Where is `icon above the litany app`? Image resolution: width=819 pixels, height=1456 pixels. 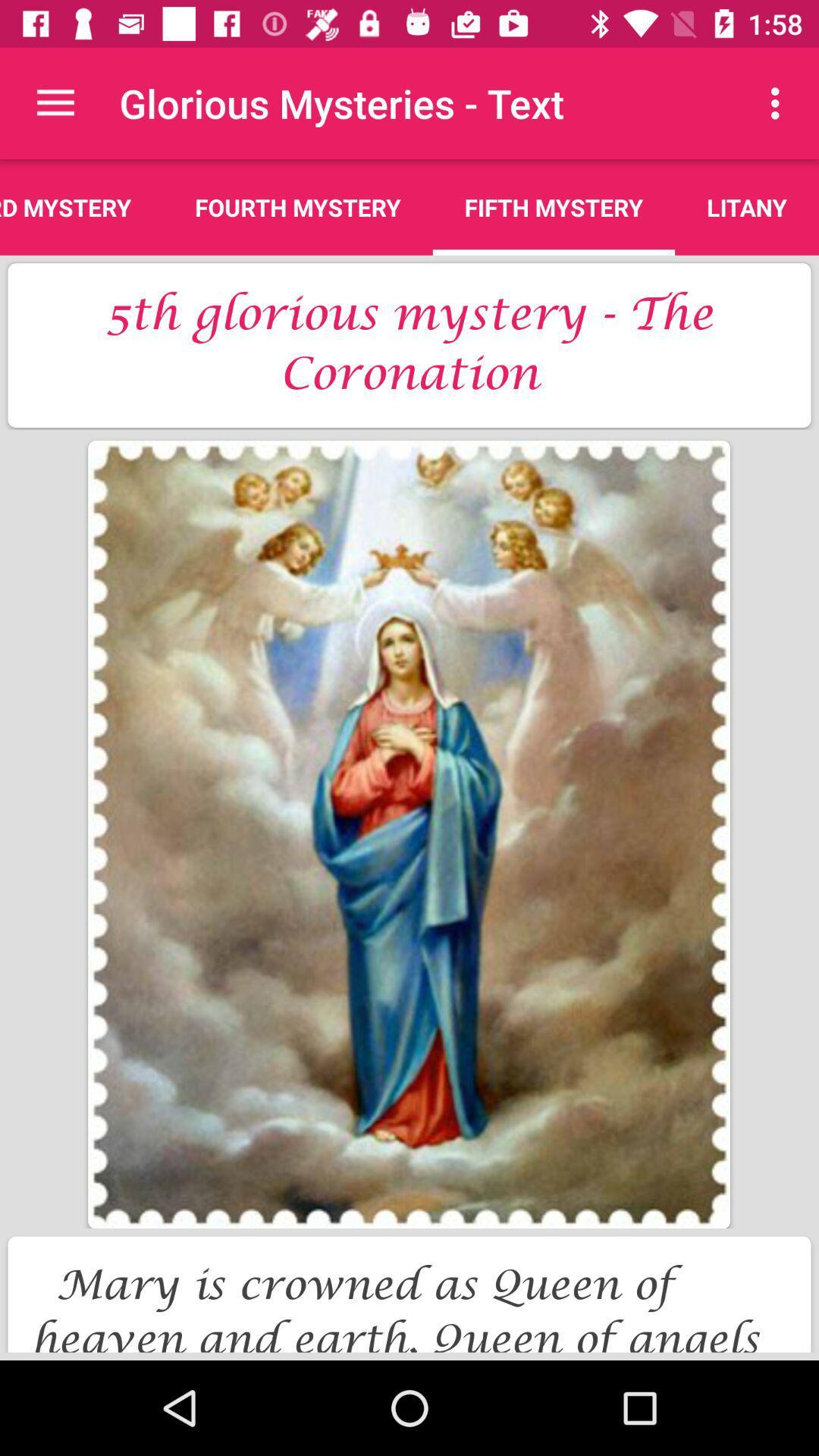 icon above the litany app is located at coordinates (779, 102).